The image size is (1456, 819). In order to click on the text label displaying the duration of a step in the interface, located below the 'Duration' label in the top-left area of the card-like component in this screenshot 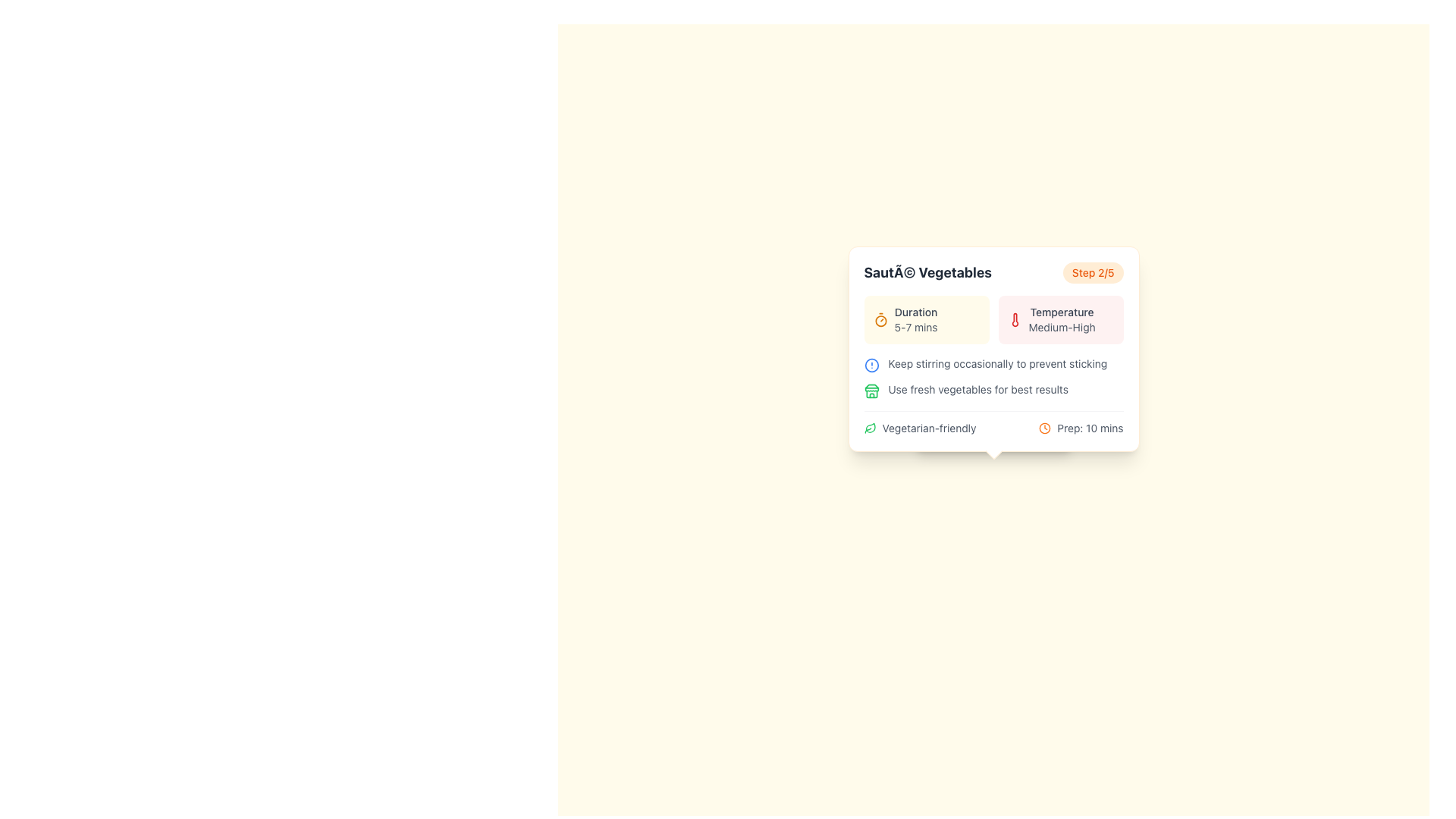, I will do `click(915, 327)`.